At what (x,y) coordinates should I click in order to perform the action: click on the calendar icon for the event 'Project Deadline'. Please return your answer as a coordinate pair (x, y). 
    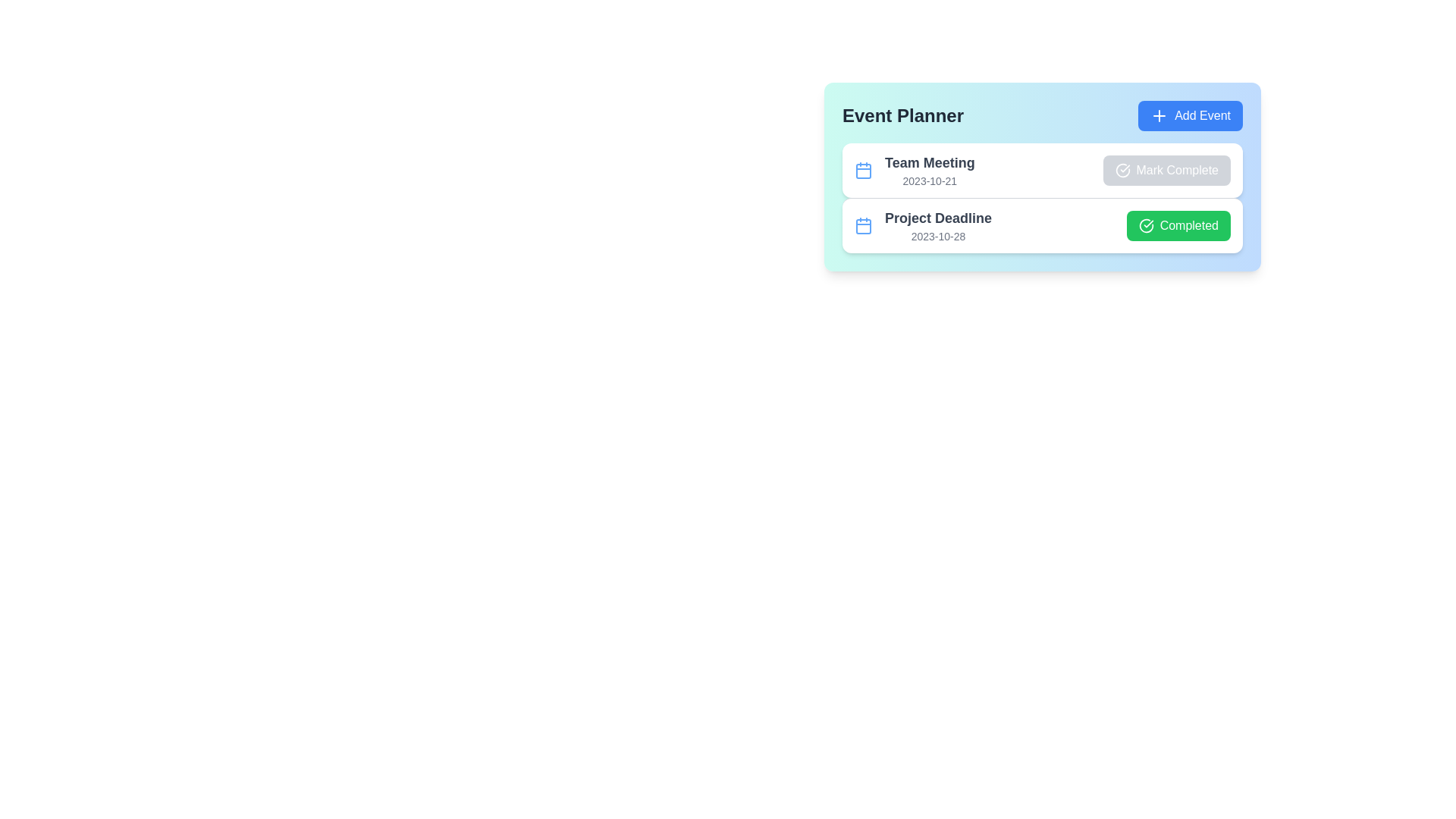
    Looking at the image, I should click on (863, 225).